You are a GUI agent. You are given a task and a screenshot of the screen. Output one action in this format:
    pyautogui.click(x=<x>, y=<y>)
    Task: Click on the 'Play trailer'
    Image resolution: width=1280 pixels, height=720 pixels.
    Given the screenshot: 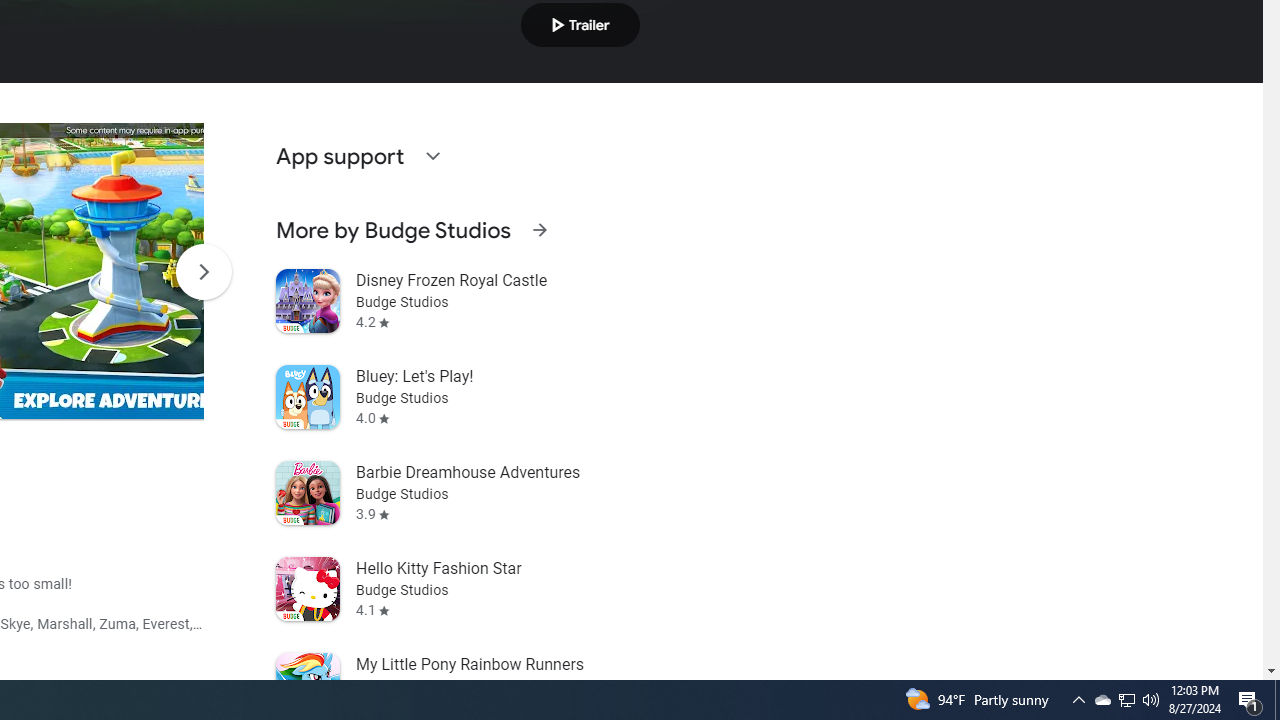 What is the action you would take?
    pyautogui.click(x=579, y=24)
    